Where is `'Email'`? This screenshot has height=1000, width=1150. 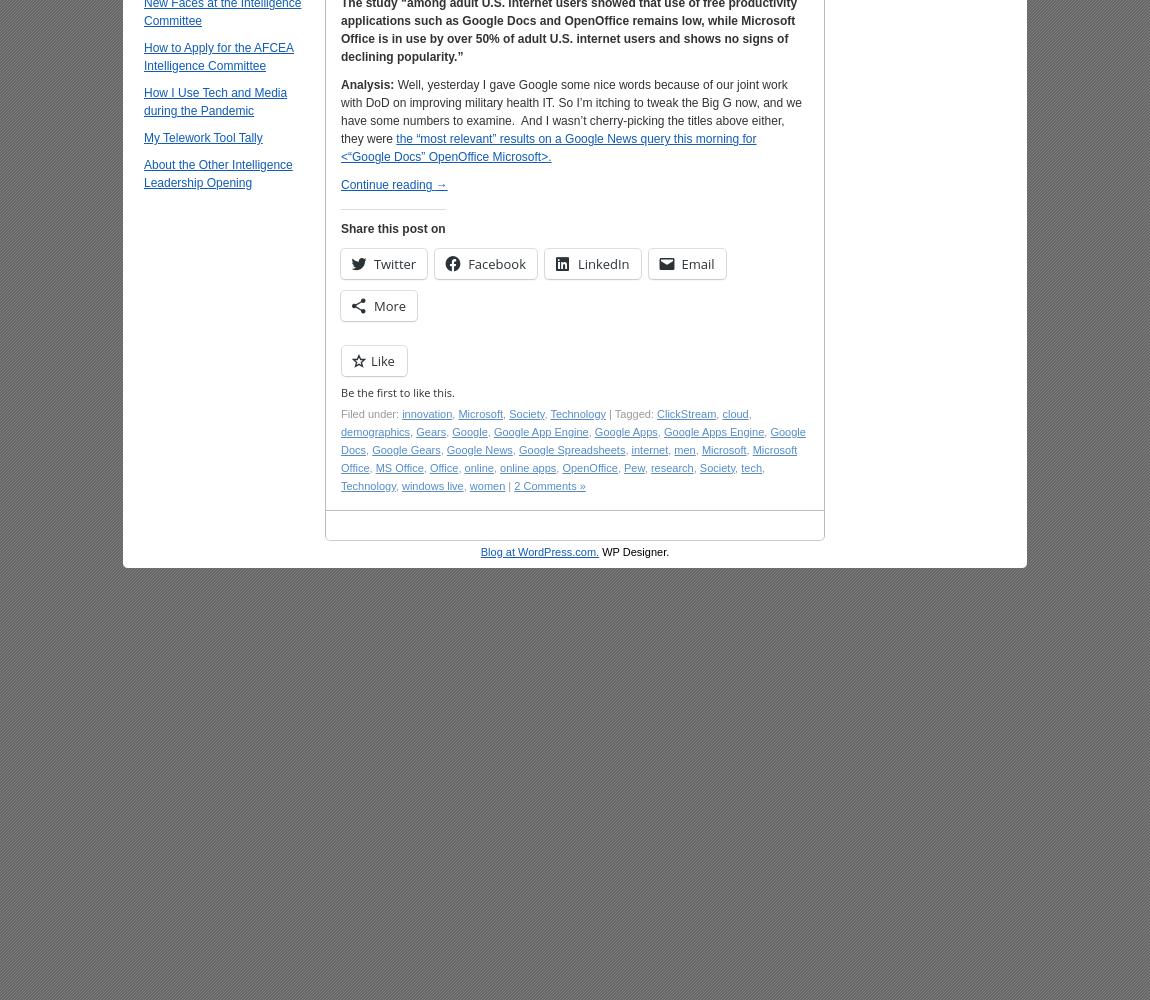 'Email' is located at coordinates (696, 263).